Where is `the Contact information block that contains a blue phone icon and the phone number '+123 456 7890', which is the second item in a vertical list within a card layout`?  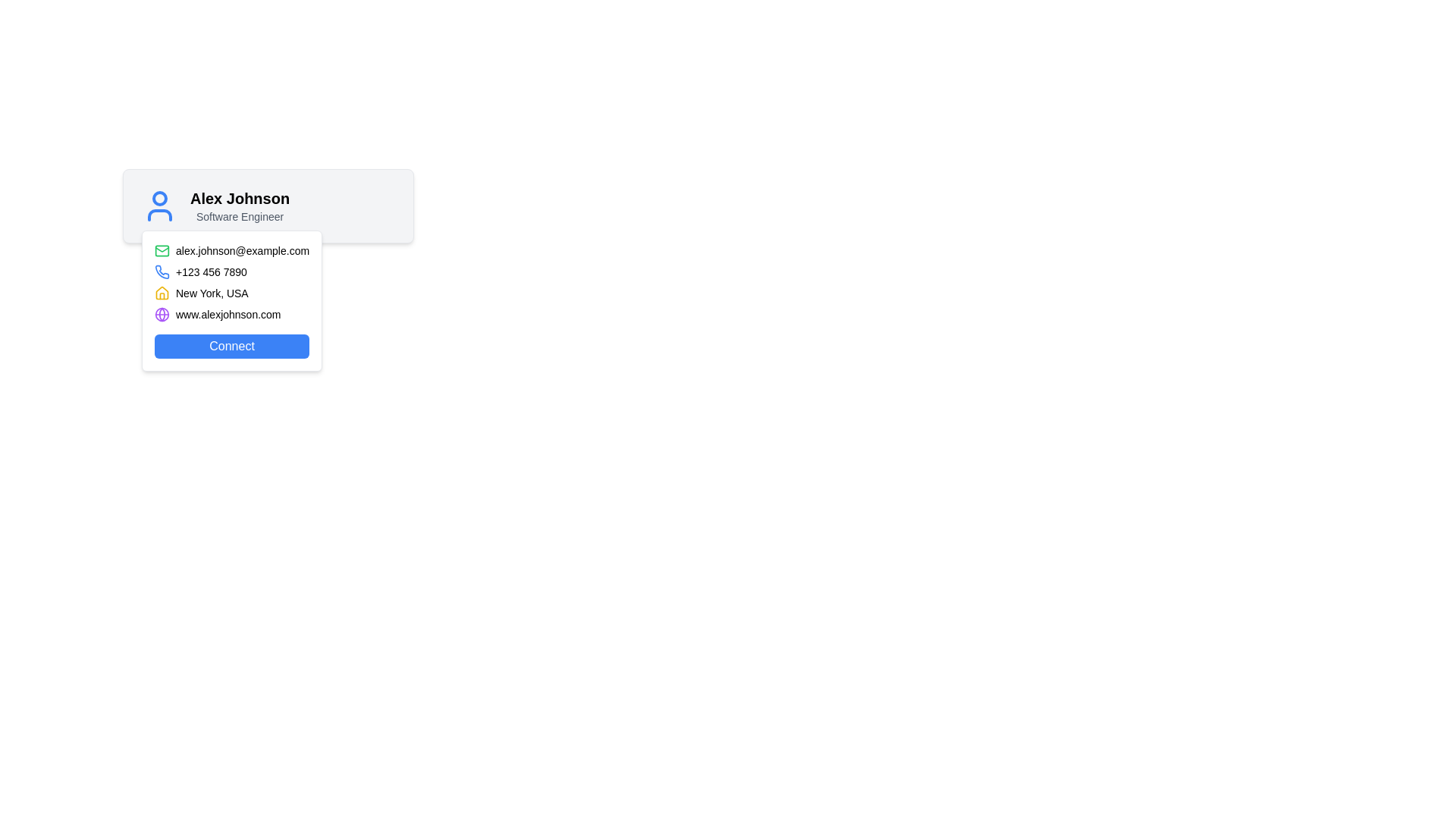
the Contact information block that contains a blue phone icon and the phone number '+123 456 7890', which is the second item in a vertical list within a card layout is located at coordinates (231, 271).